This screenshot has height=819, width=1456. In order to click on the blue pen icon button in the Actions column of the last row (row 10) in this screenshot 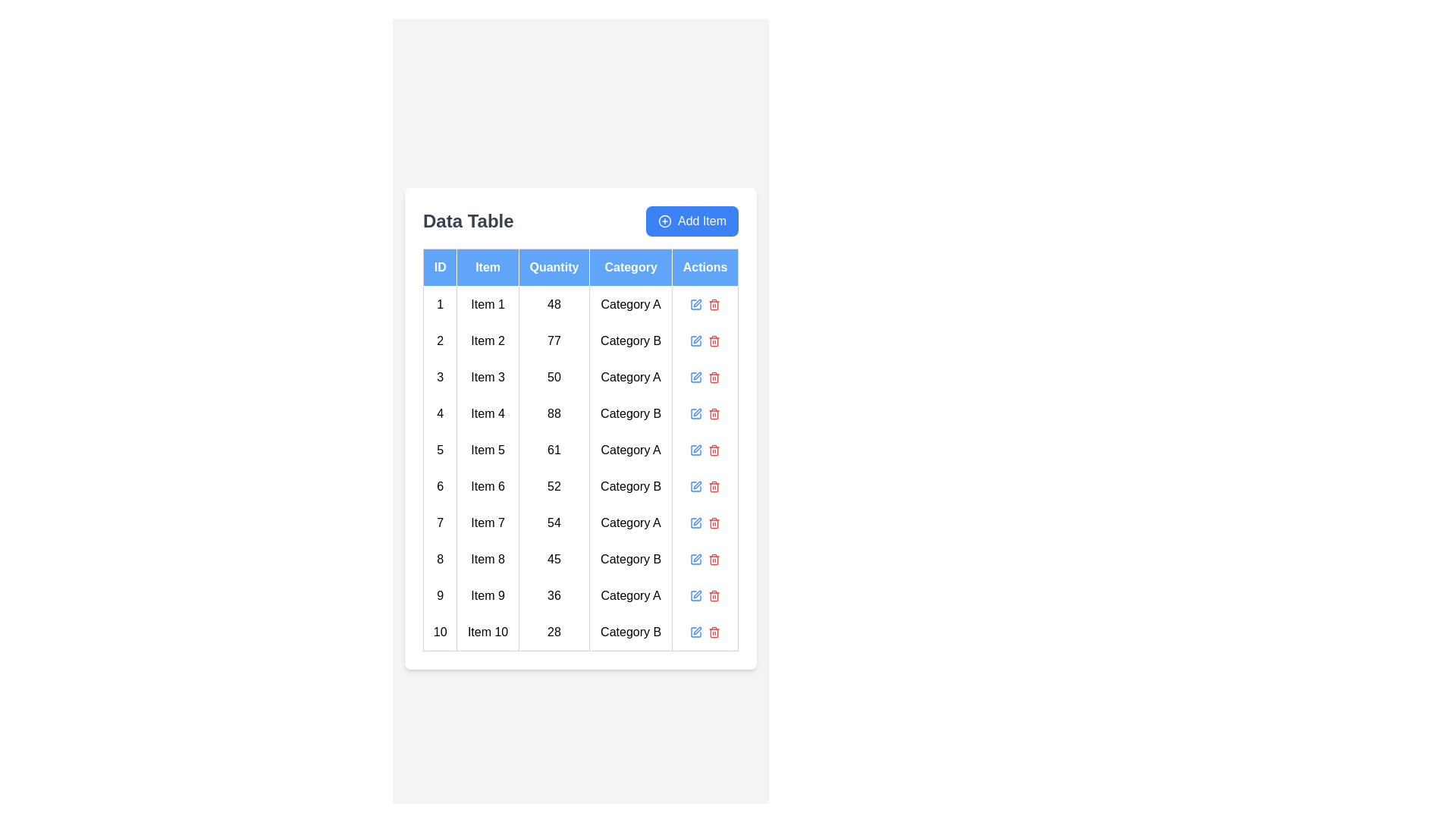, I will do `click(695, 632)`.